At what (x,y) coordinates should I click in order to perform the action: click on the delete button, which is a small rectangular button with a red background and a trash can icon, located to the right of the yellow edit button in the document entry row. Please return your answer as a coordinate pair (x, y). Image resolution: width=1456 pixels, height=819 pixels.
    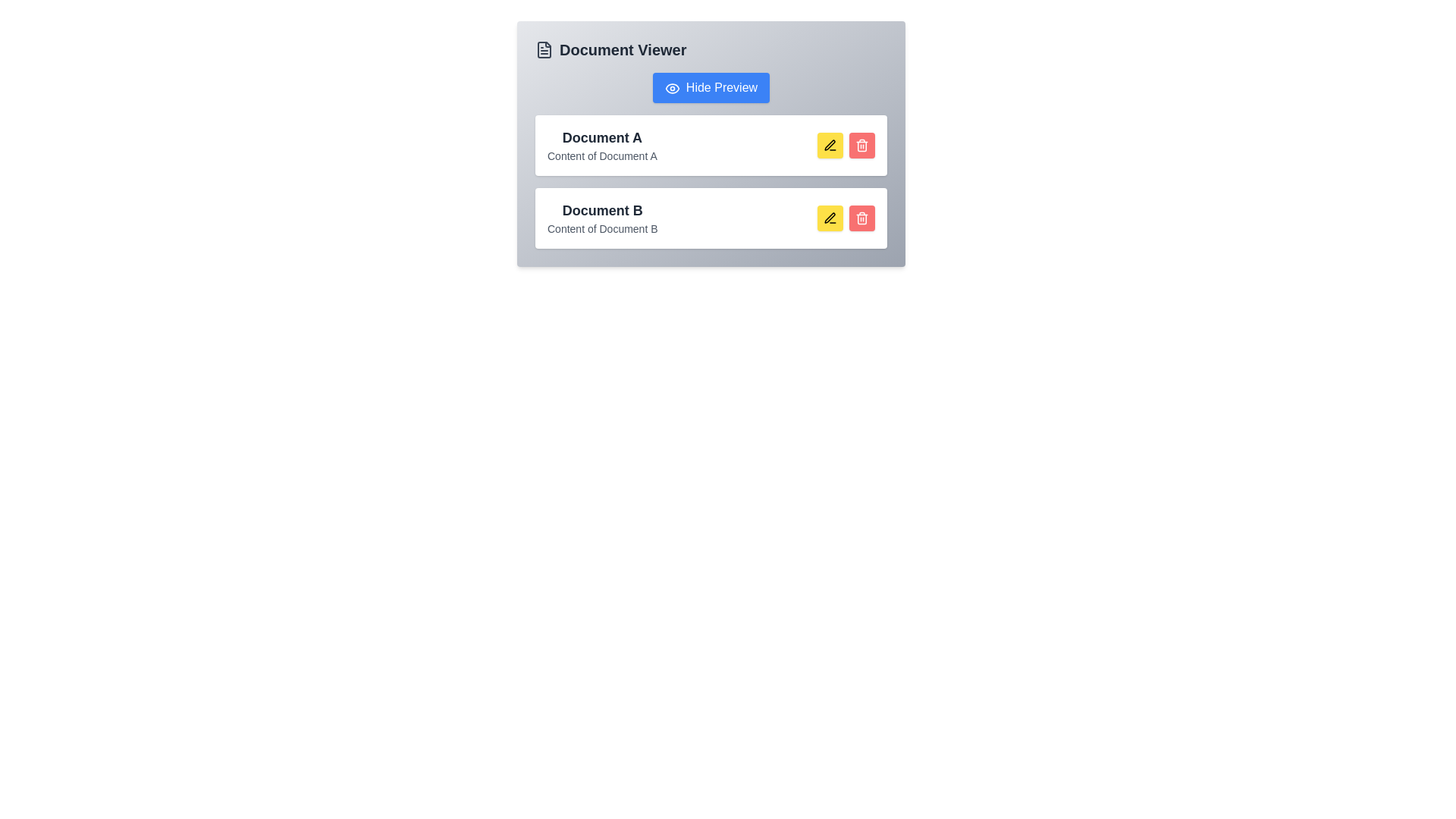
    Looking at the image, I should click on (862, 218).